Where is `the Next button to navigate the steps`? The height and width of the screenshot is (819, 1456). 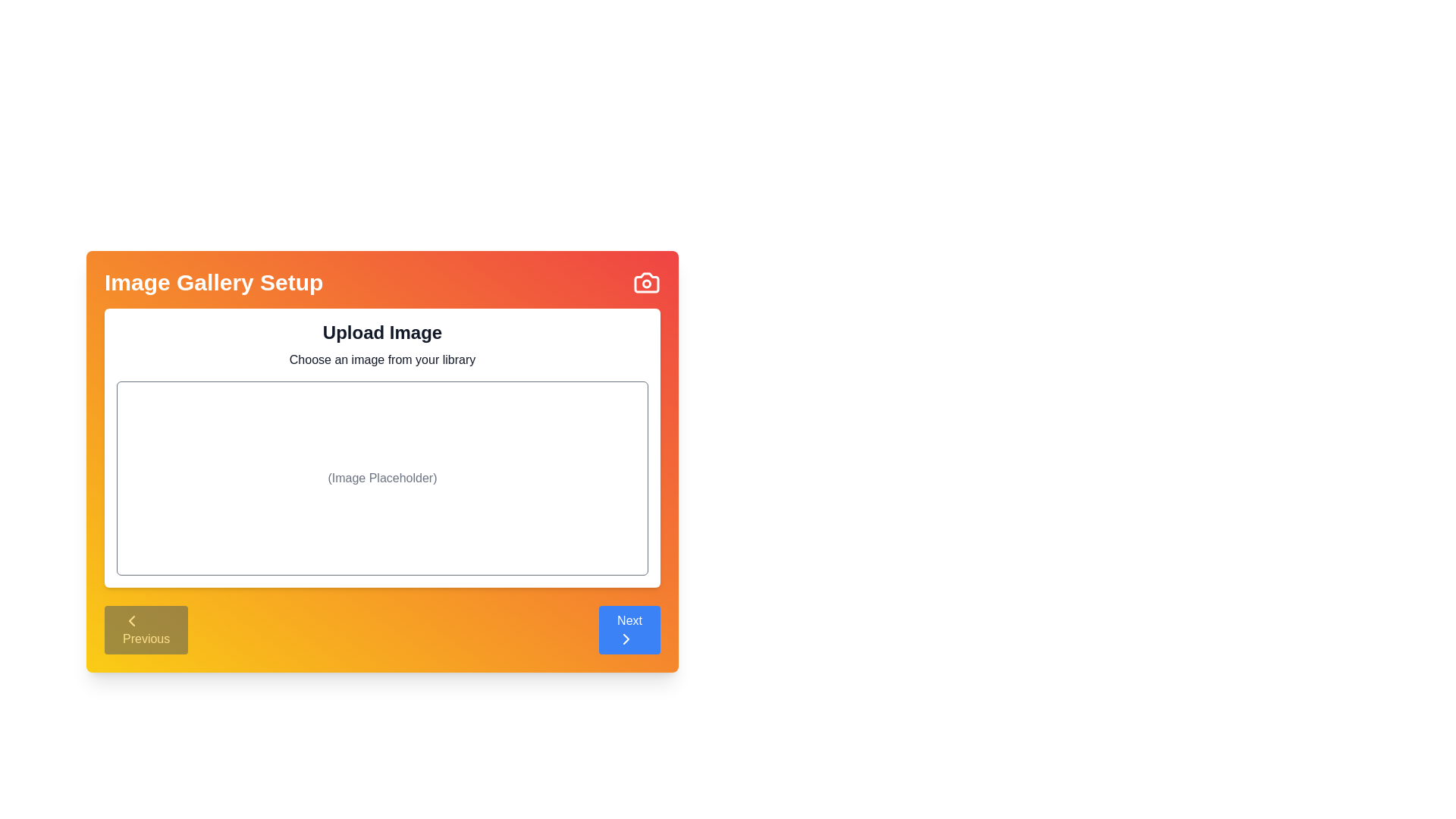
the Next button to navigate the steps is located at coordinates (629, 629).